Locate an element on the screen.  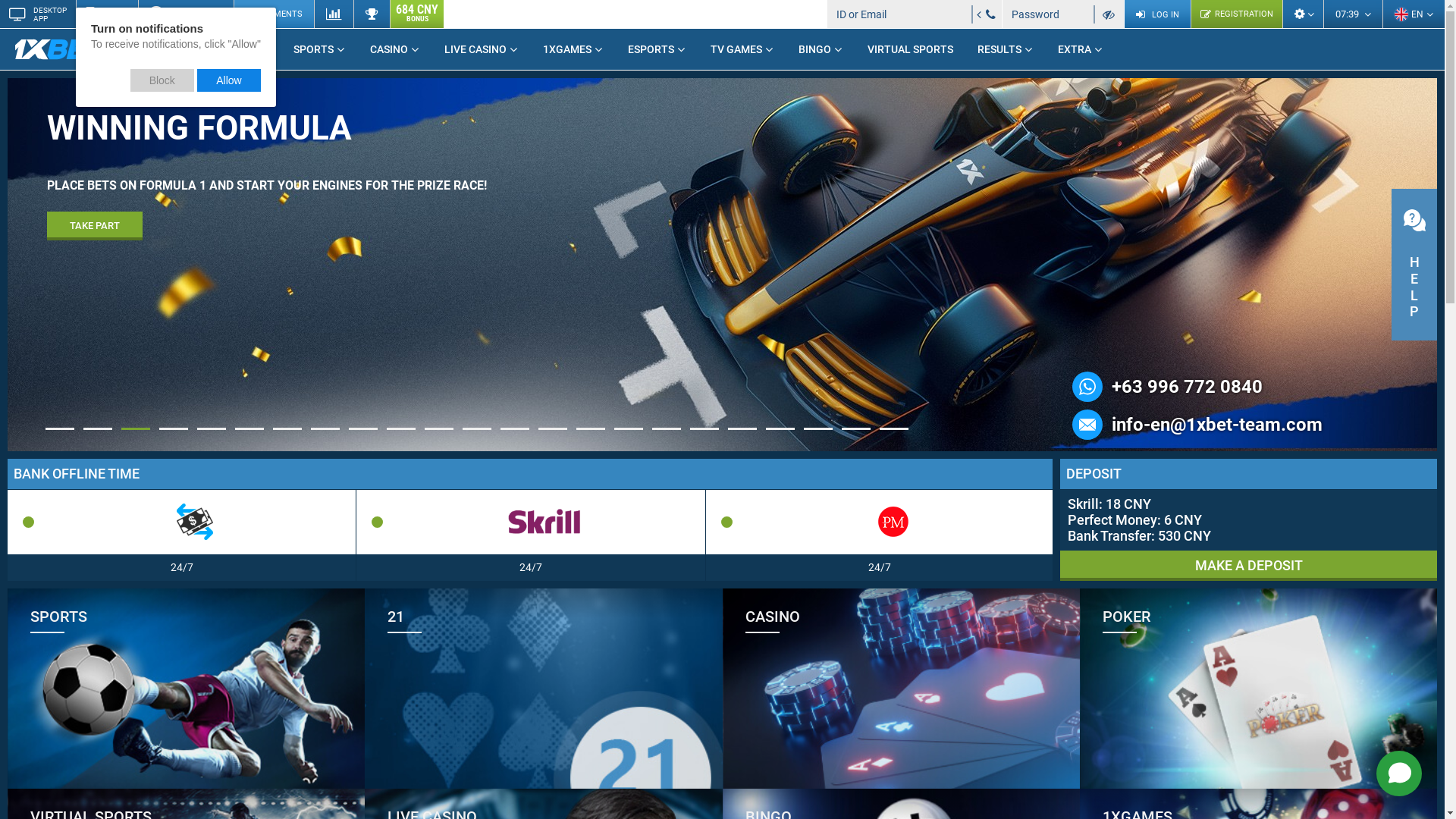
'info-en@1xbet-team.com' is located at coordinates (1216, 424).